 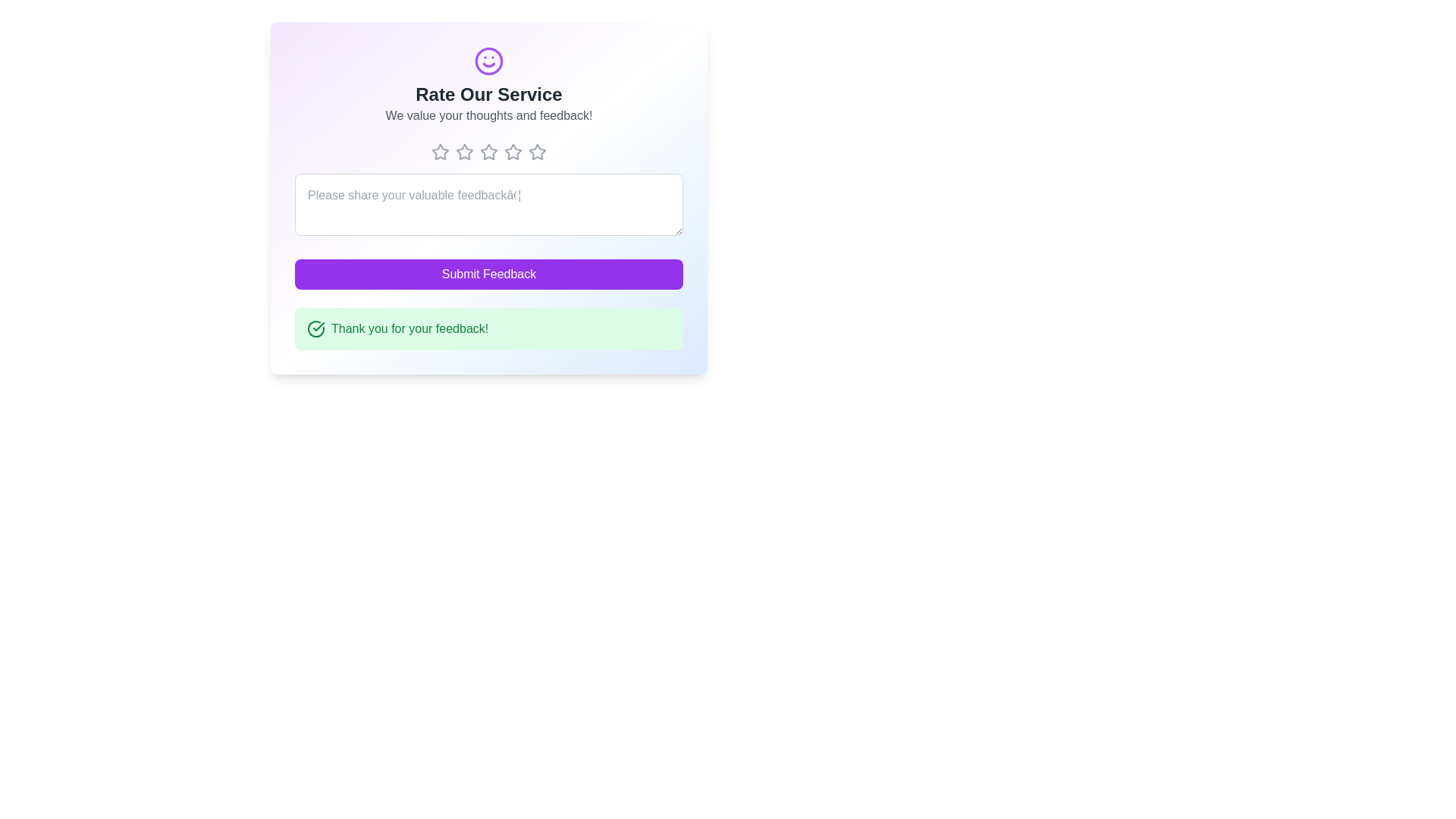 What do you see at coordinates (488, 152) in the screenshot?
I see `the third star icon in the row of five` at bounding box center [488, 152].